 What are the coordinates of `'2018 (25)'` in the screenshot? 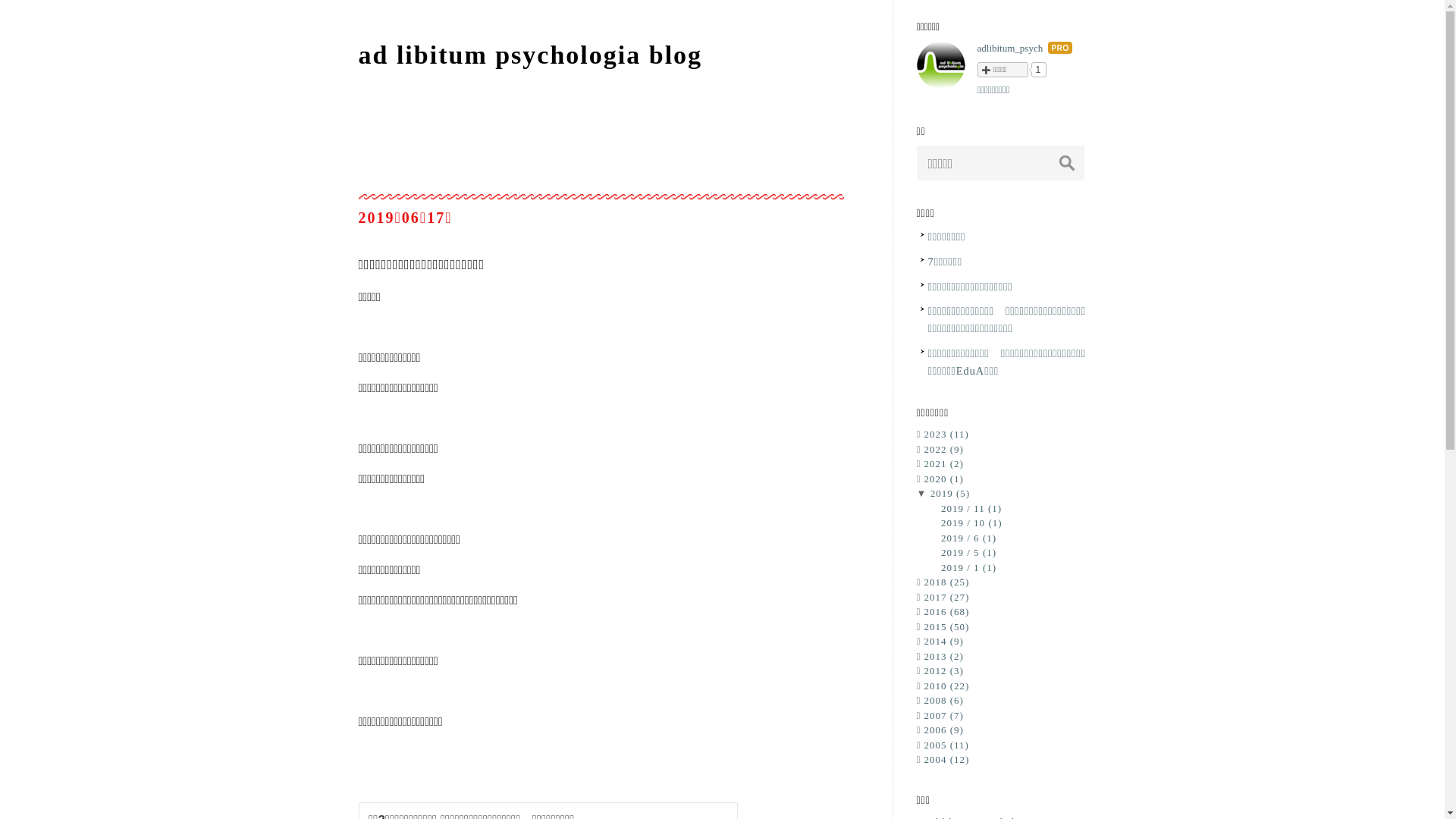 It's located at (946, 581).